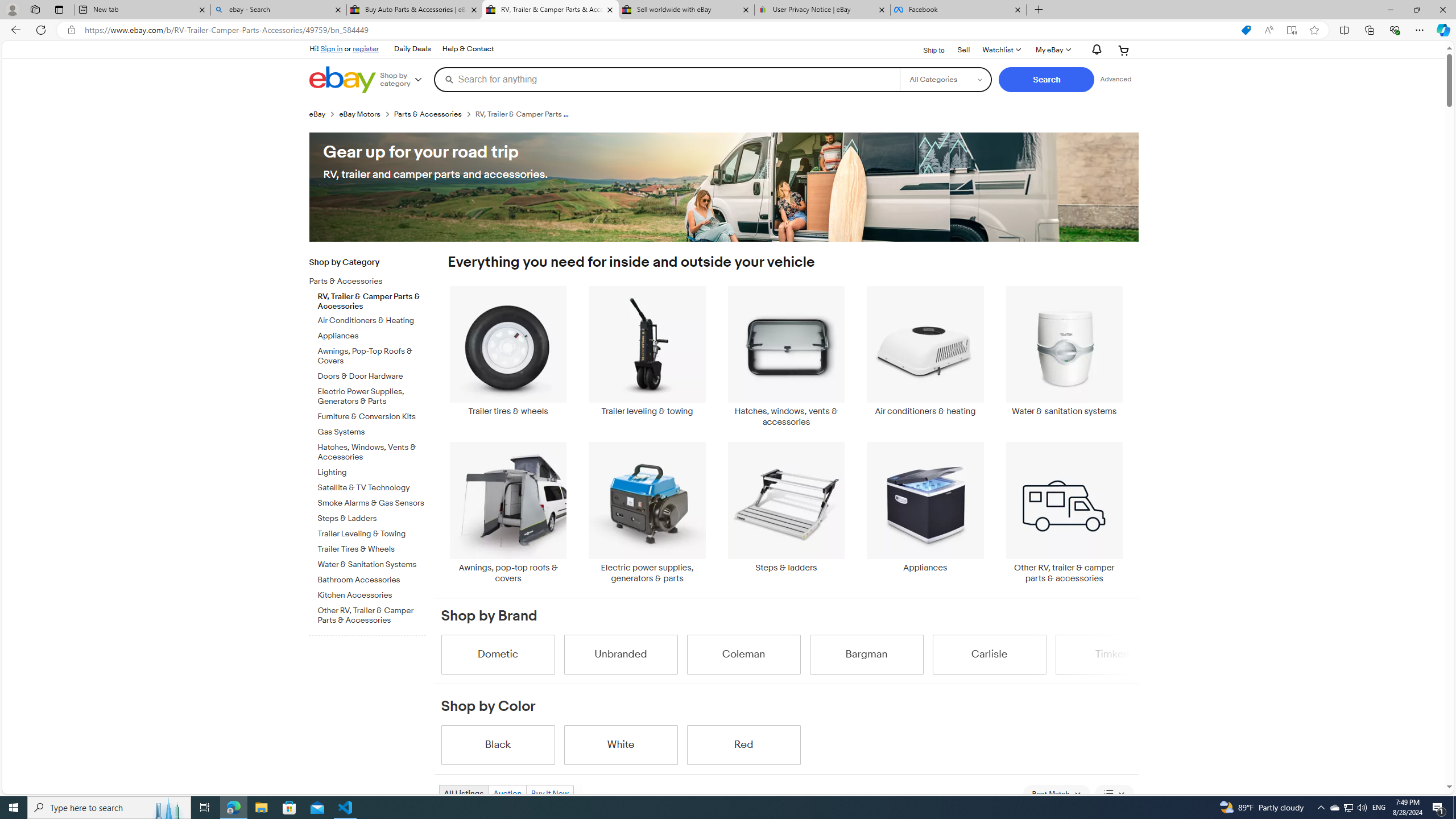 Image resolution: width=1456 pixels, height=819 pixels. Describe the element at coordinates (371, 501) in the screenshot. I see `'Smoke Alarms & Gas Sensors'` at that location.